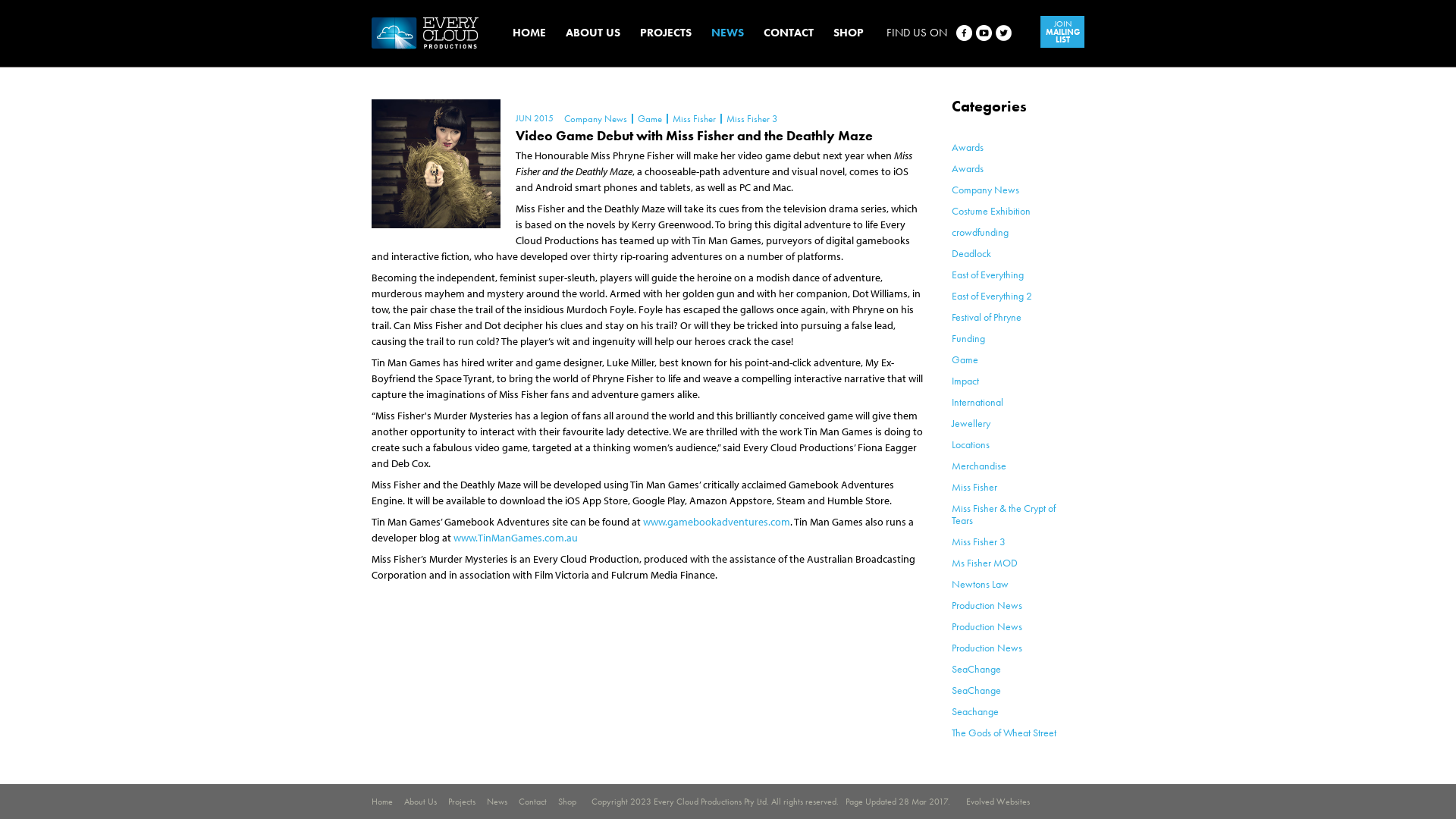 The width and height of the screenshot is (1456, 819). Describe the element at coordinates (420, 800) in the screenshot. I see `'About Us'` at that location.